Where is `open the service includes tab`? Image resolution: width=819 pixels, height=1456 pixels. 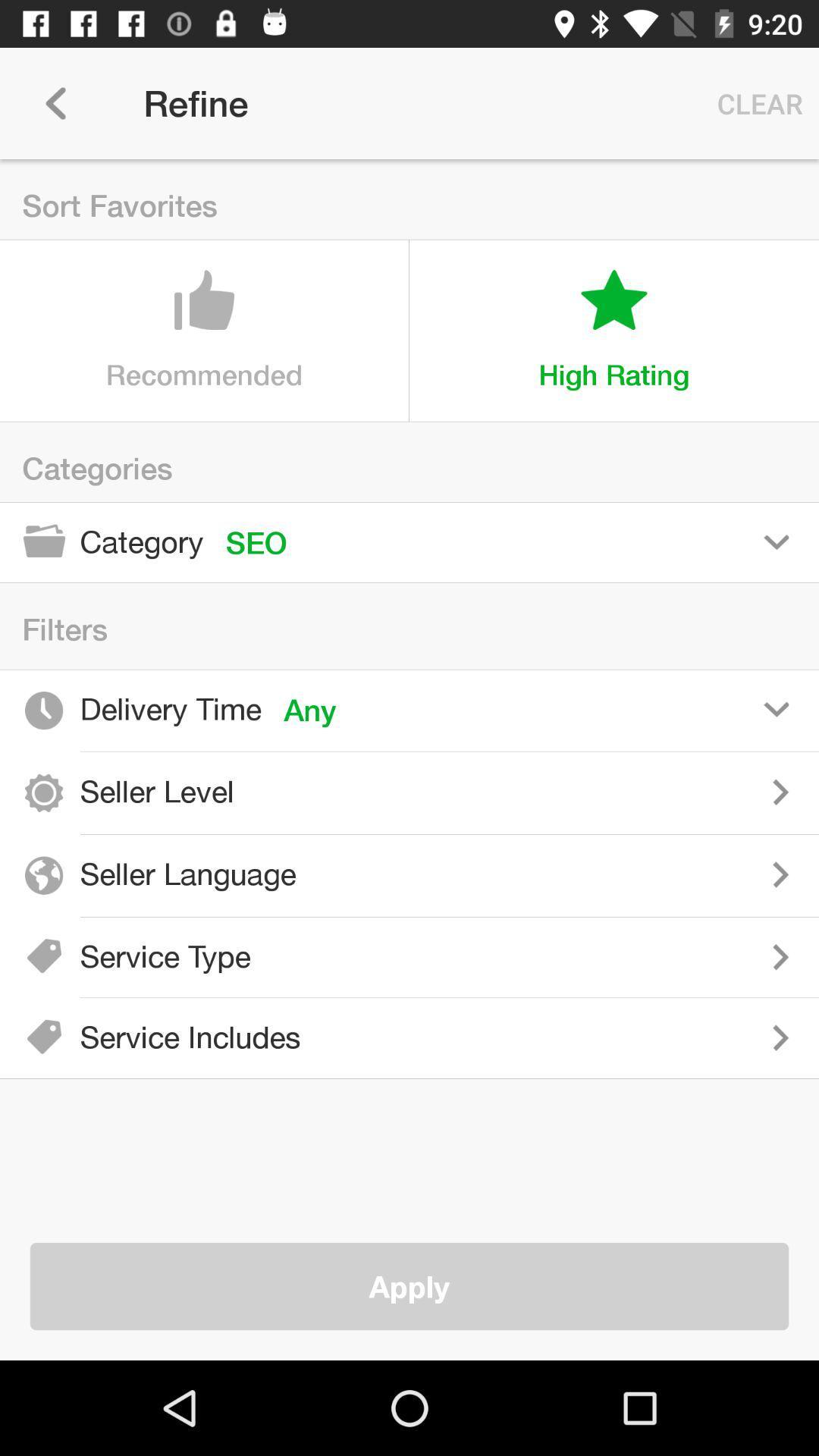 open the service includes tab is located at coordinates (570, 1037).